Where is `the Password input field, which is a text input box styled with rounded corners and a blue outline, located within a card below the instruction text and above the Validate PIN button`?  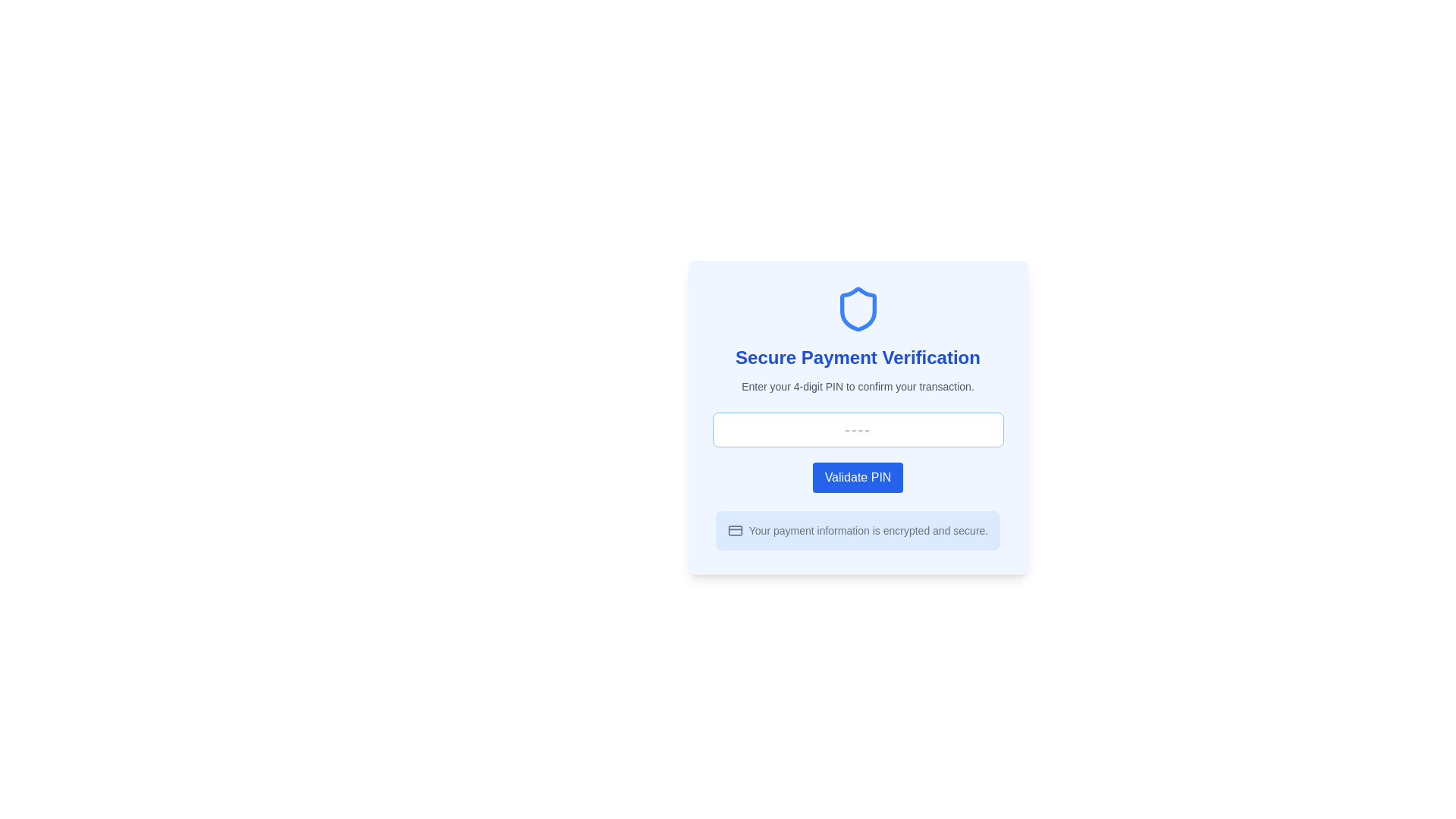
the Password input field, which is a text input box styled with rounded corners and a blue outline, located within a card below the instruction text and above the Validate PIN button is located at coordinates (858, 430).